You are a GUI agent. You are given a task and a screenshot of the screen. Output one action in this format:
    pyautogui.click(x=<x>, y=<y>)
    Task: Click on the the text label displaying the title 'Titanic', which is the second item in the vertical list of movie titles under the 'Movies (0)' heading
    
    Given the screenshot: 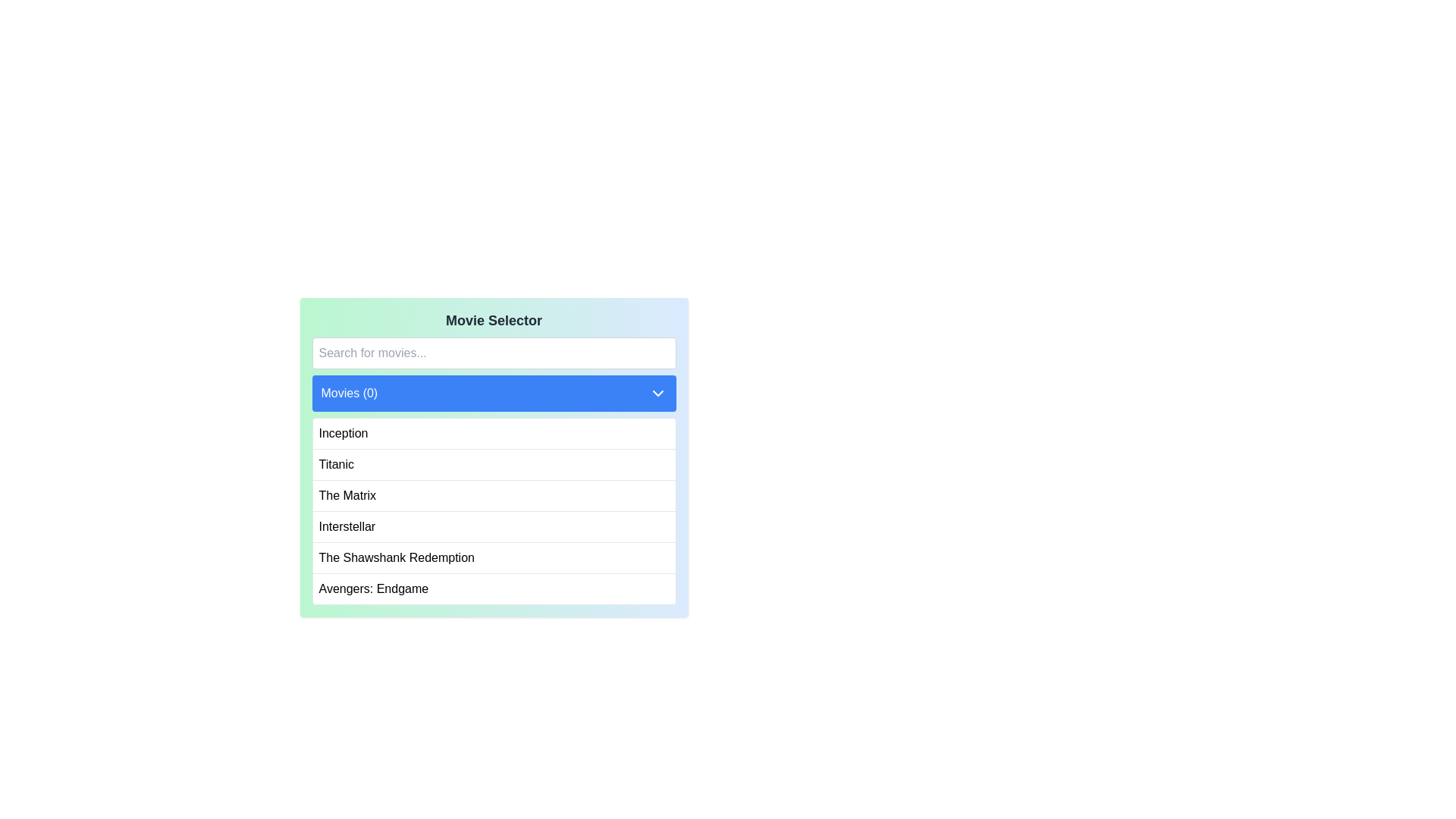 What is the action you would take?
    pyautogui.click(x=335, y=464)
    